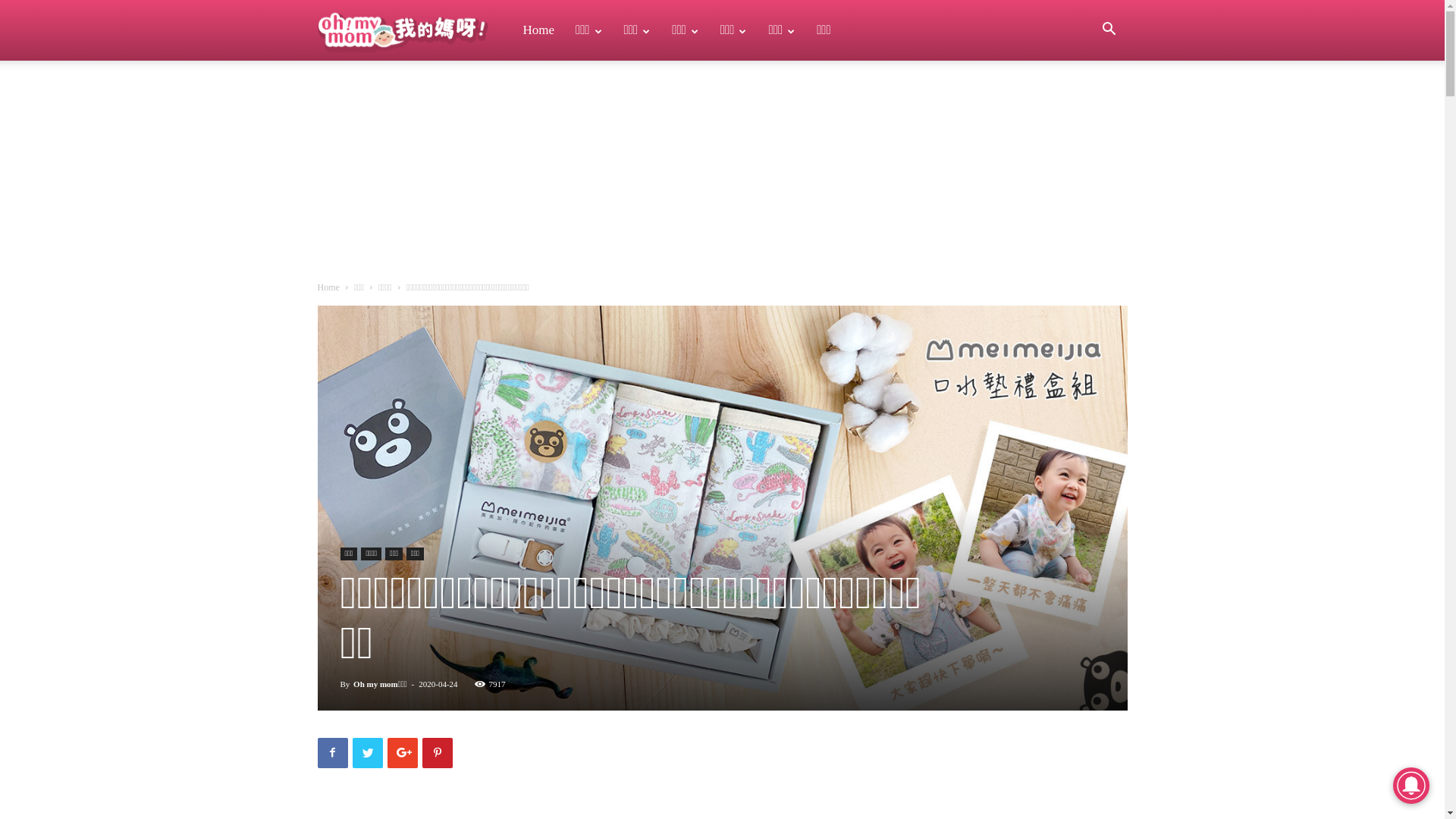 Image resolution: width=1456 pixels, height=819 pixels. I want to click on 'Home', so click(538, 30).